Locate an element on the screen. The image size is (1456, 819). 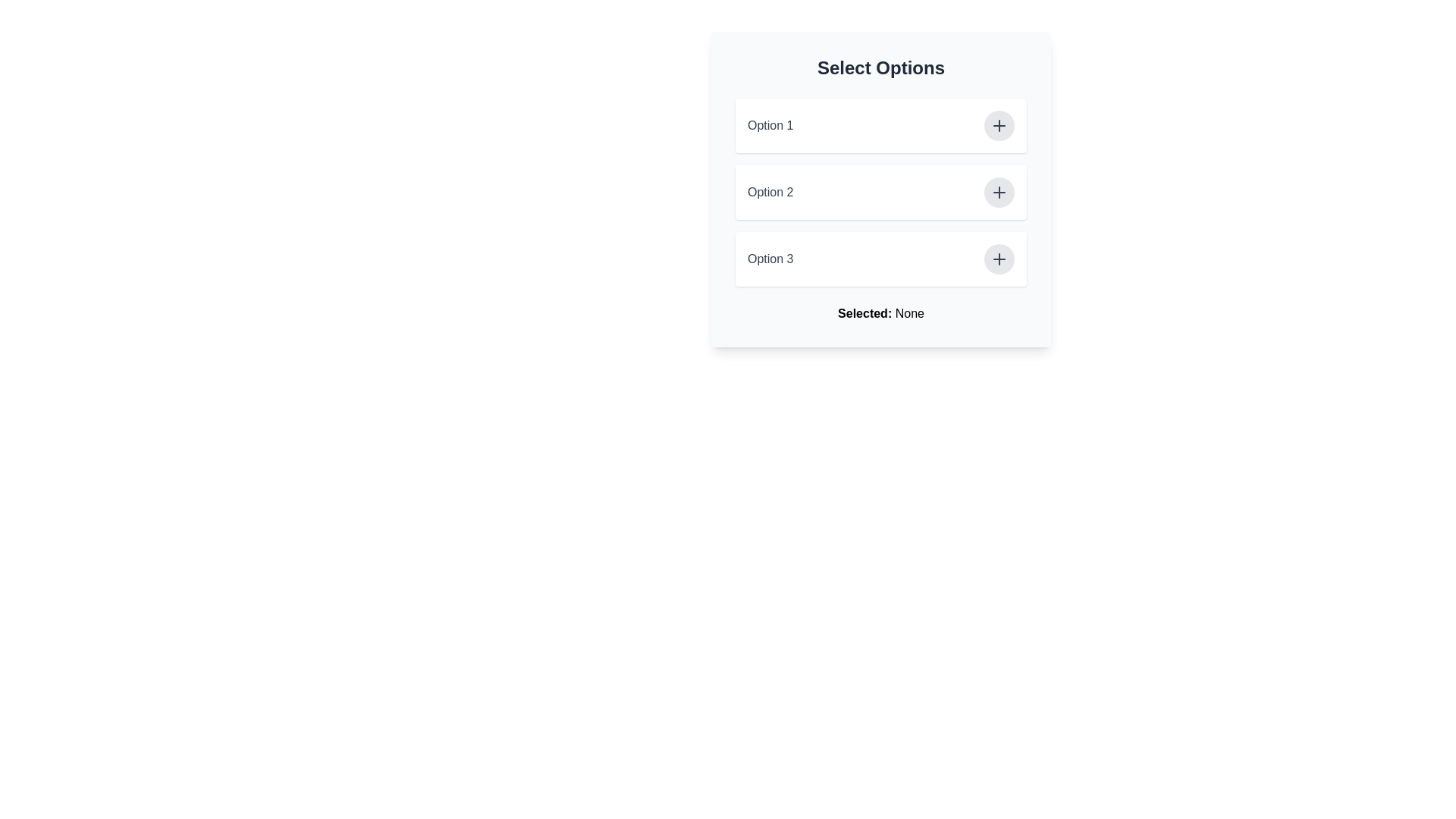
the SVG icon representing a 'plus' symbol, located in the middle of the button aligned to the right of the second option in the 'Select Options' list is located at coordinates (999, 192).